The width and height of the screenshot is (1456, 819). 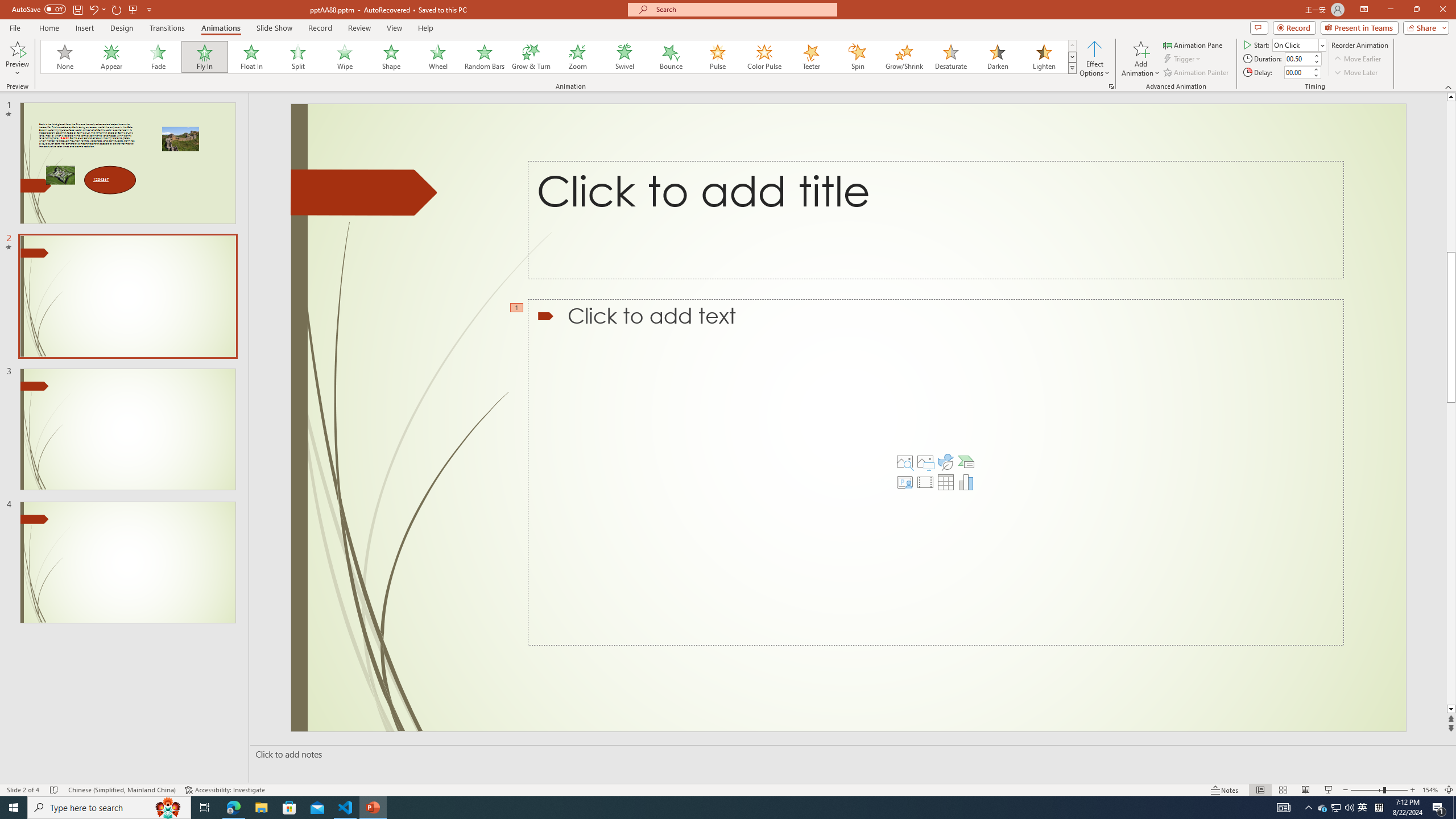 What do you see at coordinates (925, 482) in the screenshot?
I see `'Insert Video'` at bounding box center [925, 482].